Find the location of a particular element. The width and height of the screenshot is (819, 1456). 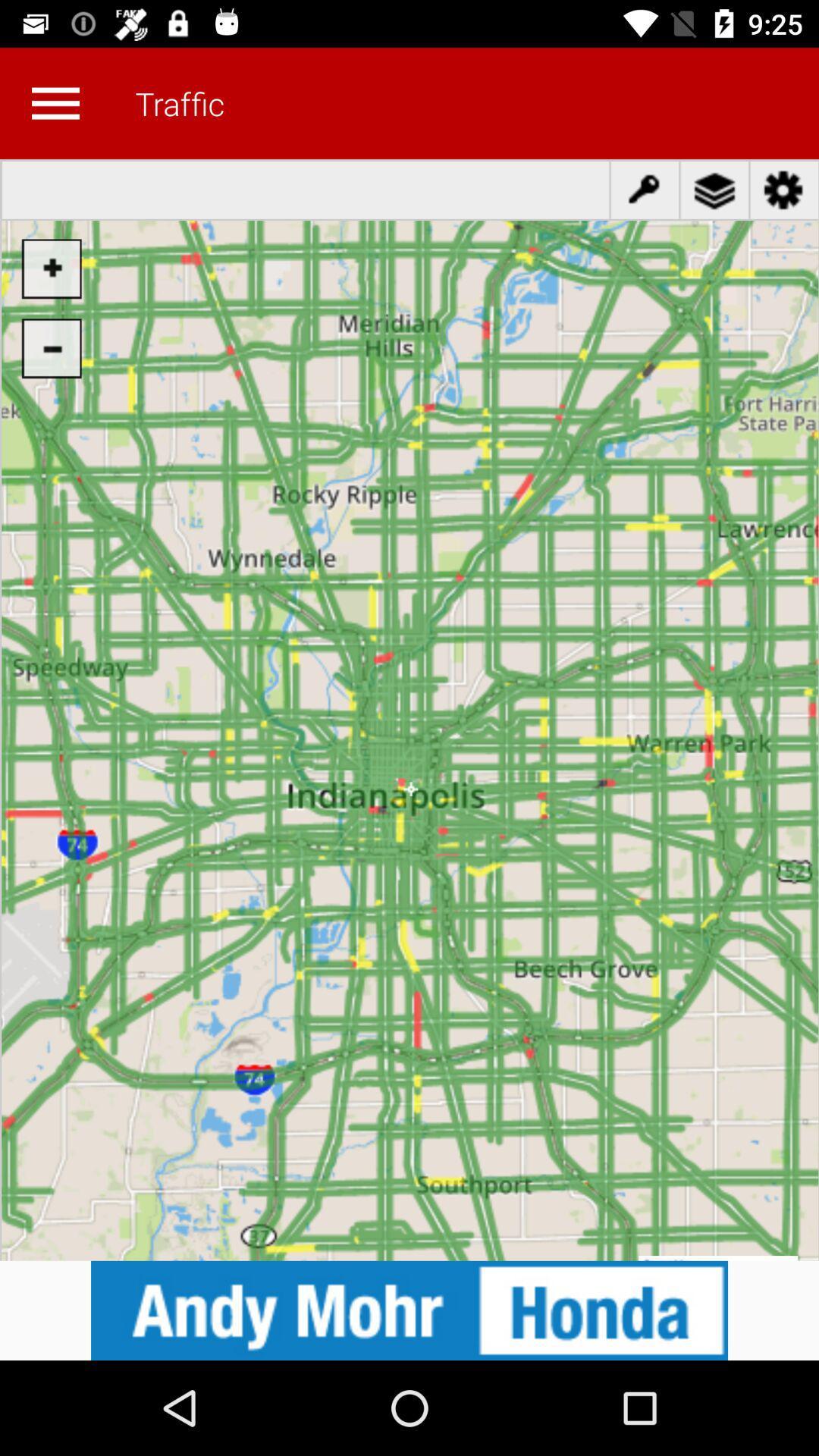

the icon next to traffic icon is located at coordinates (55, 102).